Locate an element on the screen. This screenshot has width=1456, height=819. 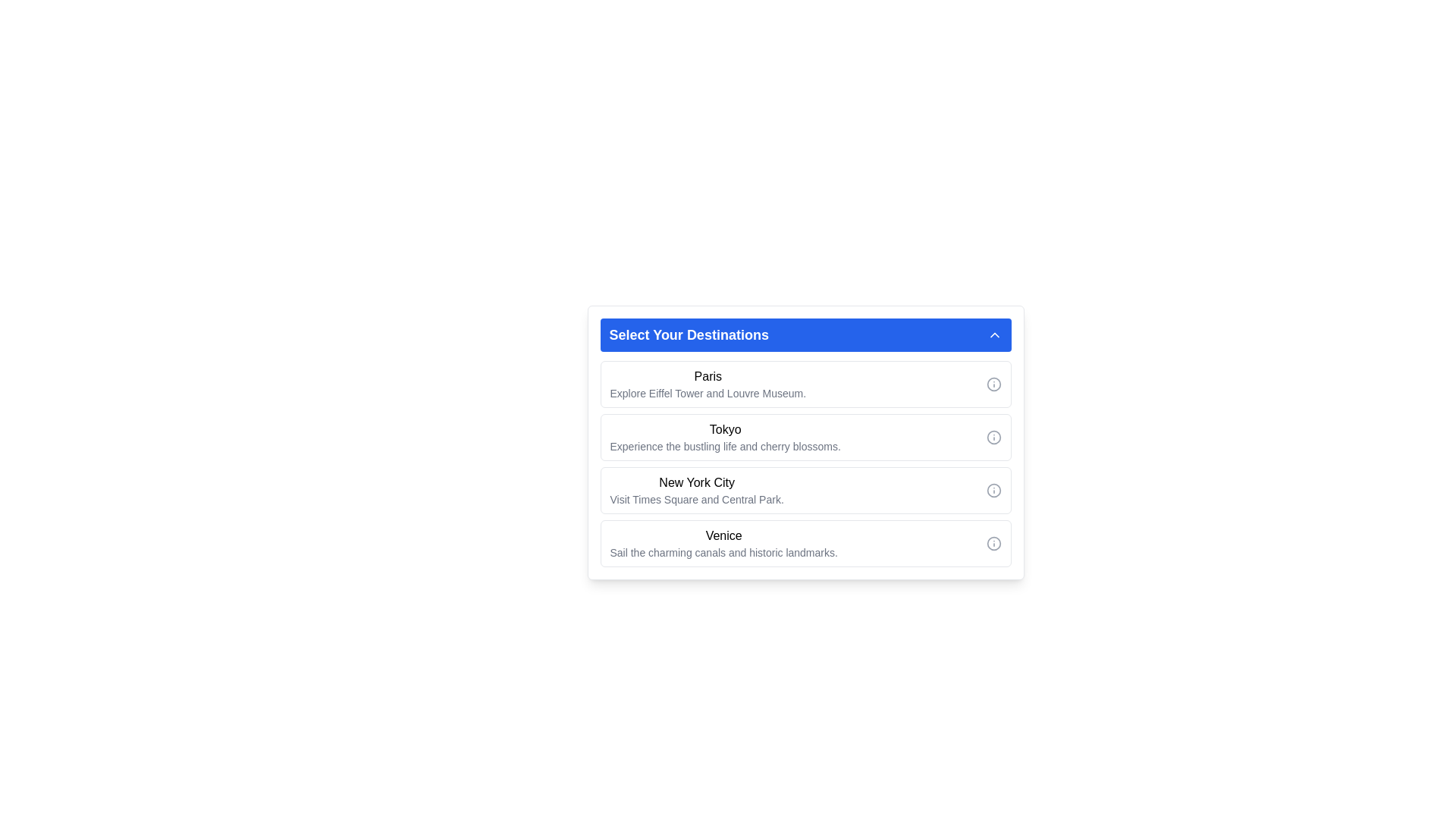
descriptive text element located directly below the title 'Paris' in the travel destination listing is located at coordinates (707, 393).